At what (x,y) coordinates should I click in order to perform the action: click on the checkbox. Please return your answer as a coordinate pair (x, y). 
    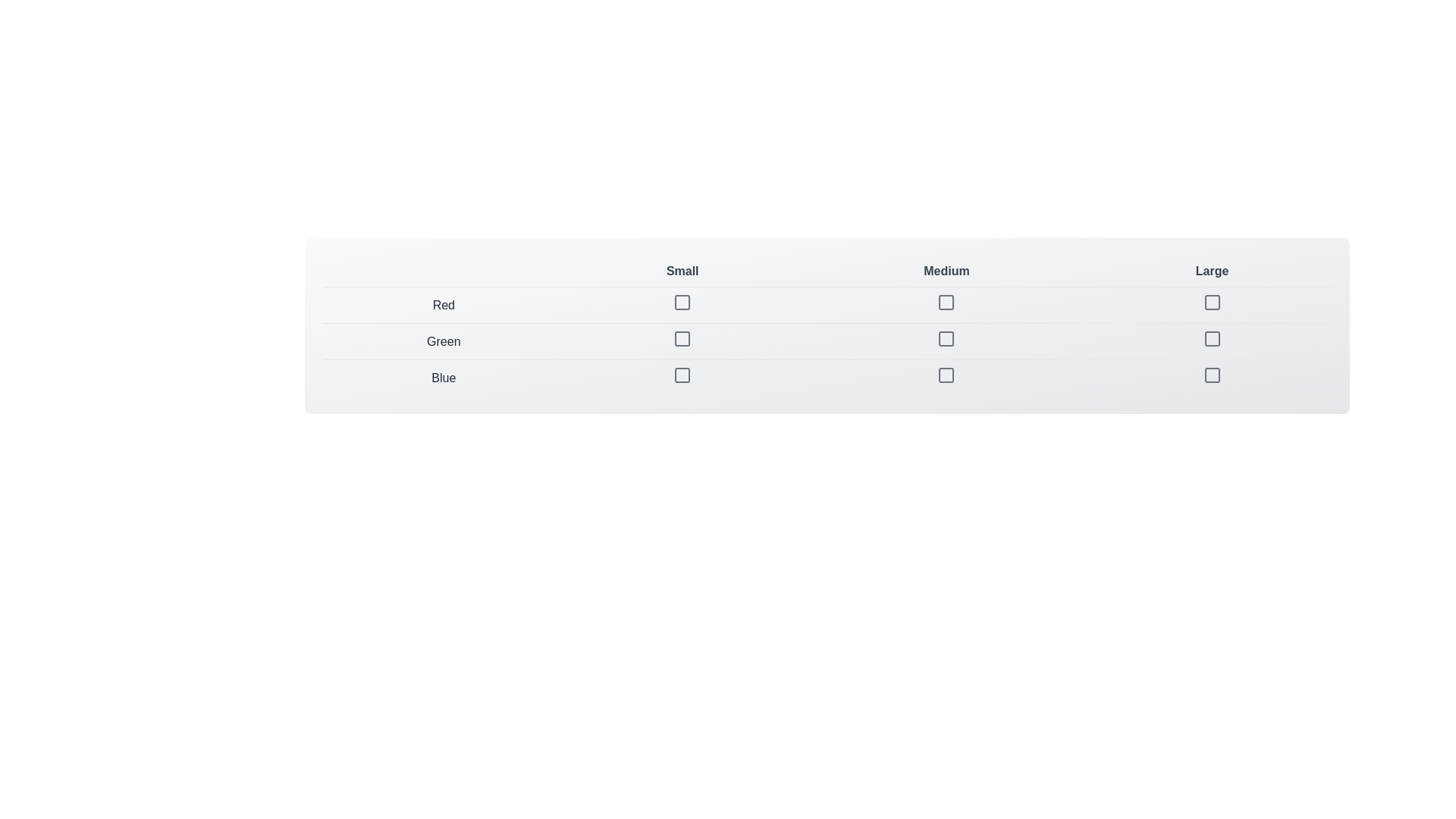
    Looking at the image, I should click on (1211, 375).